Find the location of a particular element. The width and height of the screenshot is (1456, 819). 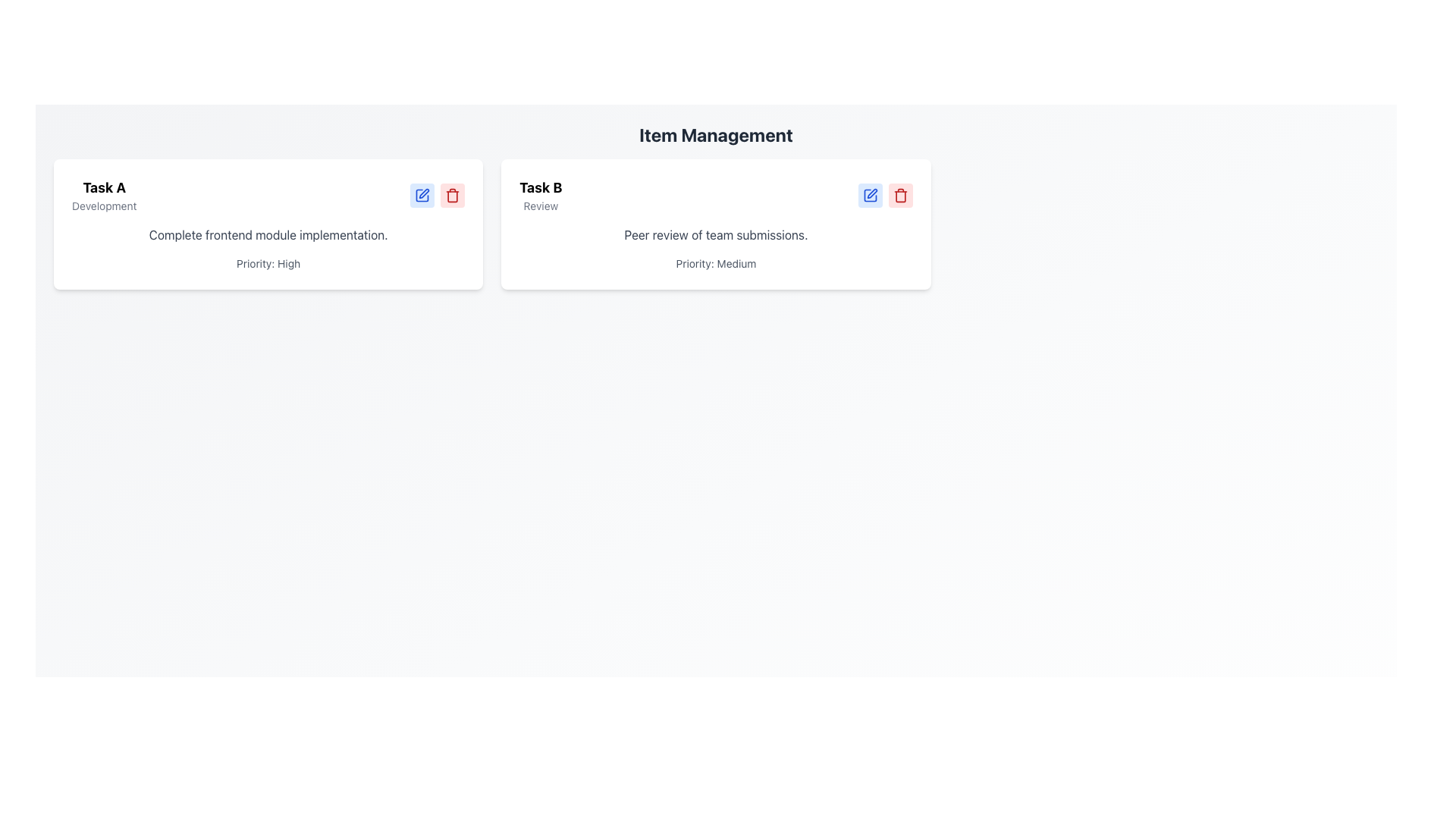

the pen-shaped edit icon located at the top-right corner of the card labeled 'Task B' is located at coordinates (872, 193).